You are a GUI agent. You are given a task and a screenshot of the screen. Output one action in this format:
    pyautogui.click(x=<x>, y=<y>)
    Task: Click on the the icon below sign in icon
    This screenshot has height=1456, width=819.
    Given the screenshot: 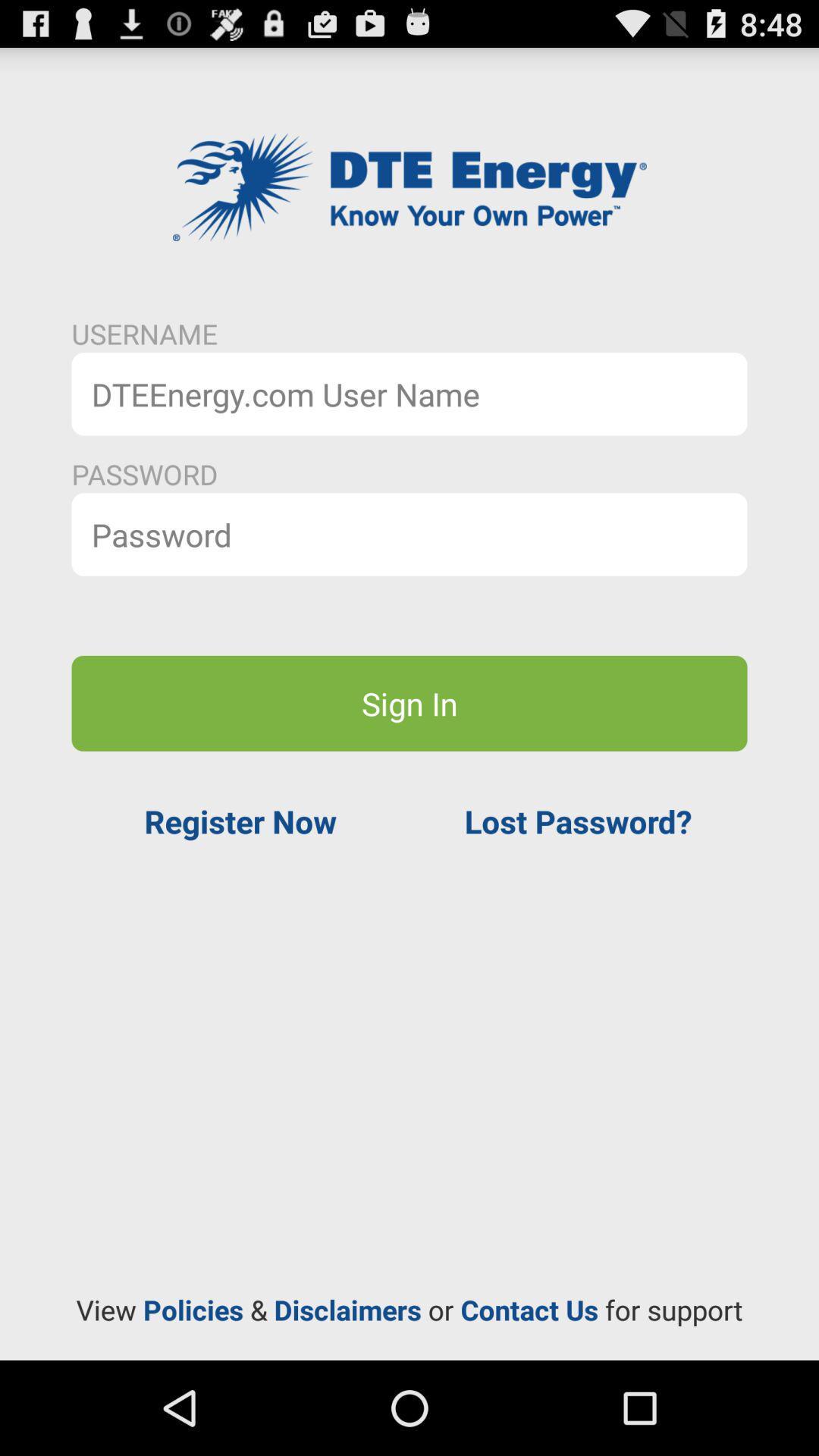 What is the action you would take?
    pyautogui.click(x=240, y=821)
    